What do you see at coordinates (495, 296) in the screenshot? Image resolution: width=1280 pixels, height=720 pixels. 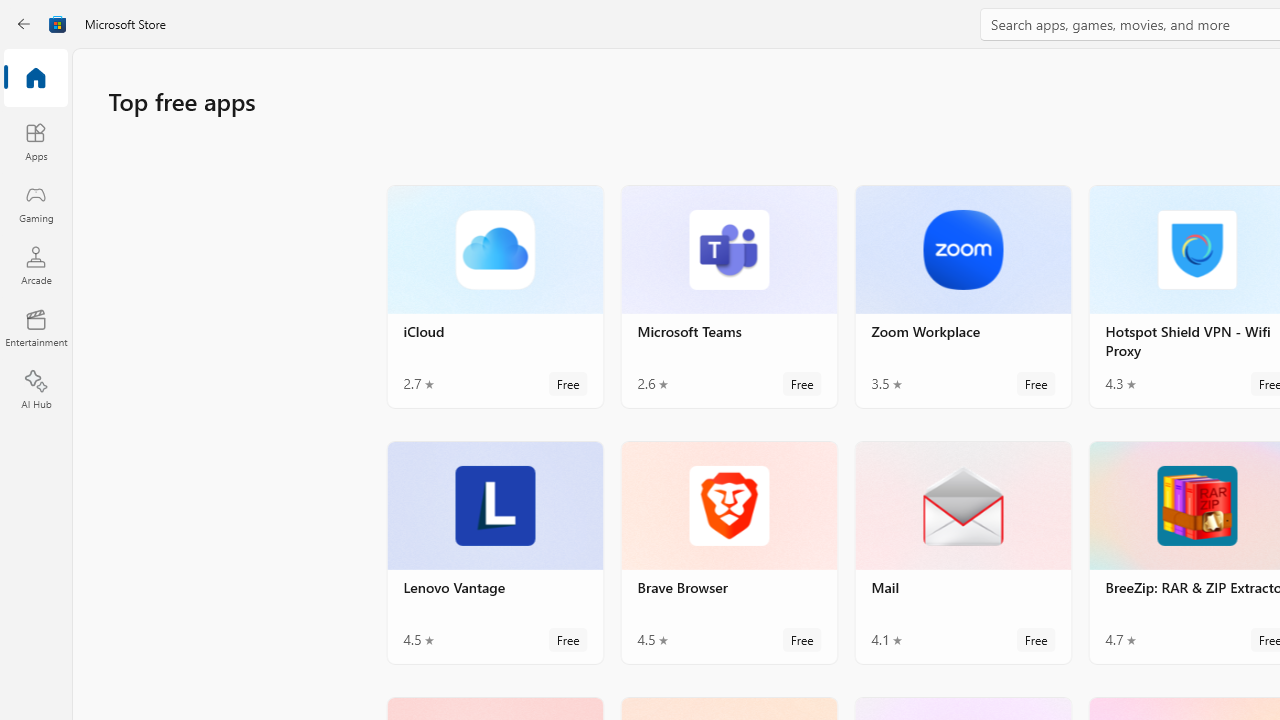 I see `'iCloud. Average rating of 2.7 out of five stars. Free  '` at bounding box center [495, 296].